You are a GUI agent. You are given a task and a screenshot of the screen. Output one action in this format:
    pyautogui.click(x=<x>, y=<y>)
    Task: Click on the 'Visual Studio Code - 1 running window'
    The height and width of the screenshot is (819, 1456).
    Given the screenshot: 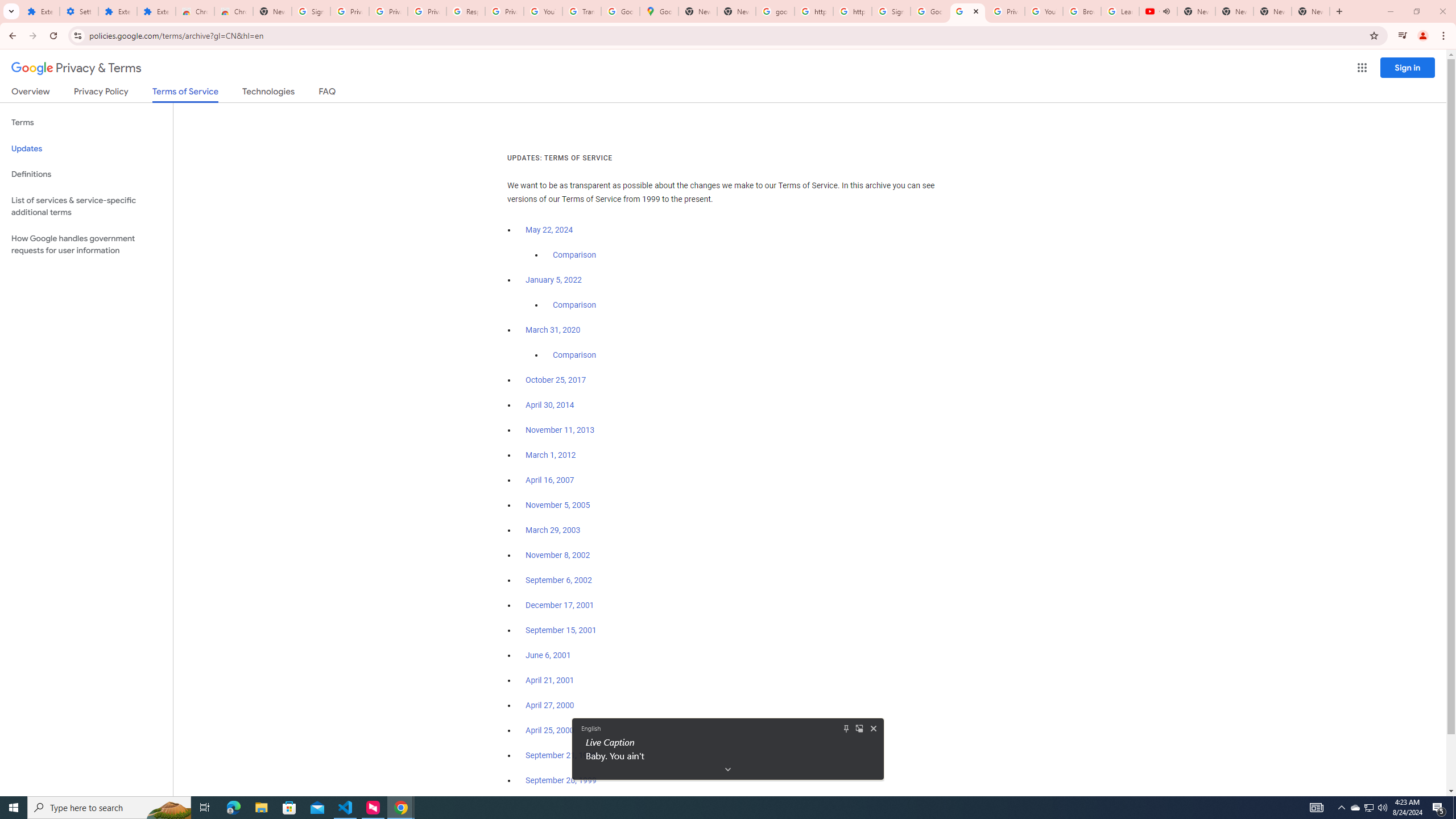 What is the action you would take?
    pyautogui.click(x=345, y=806)
    